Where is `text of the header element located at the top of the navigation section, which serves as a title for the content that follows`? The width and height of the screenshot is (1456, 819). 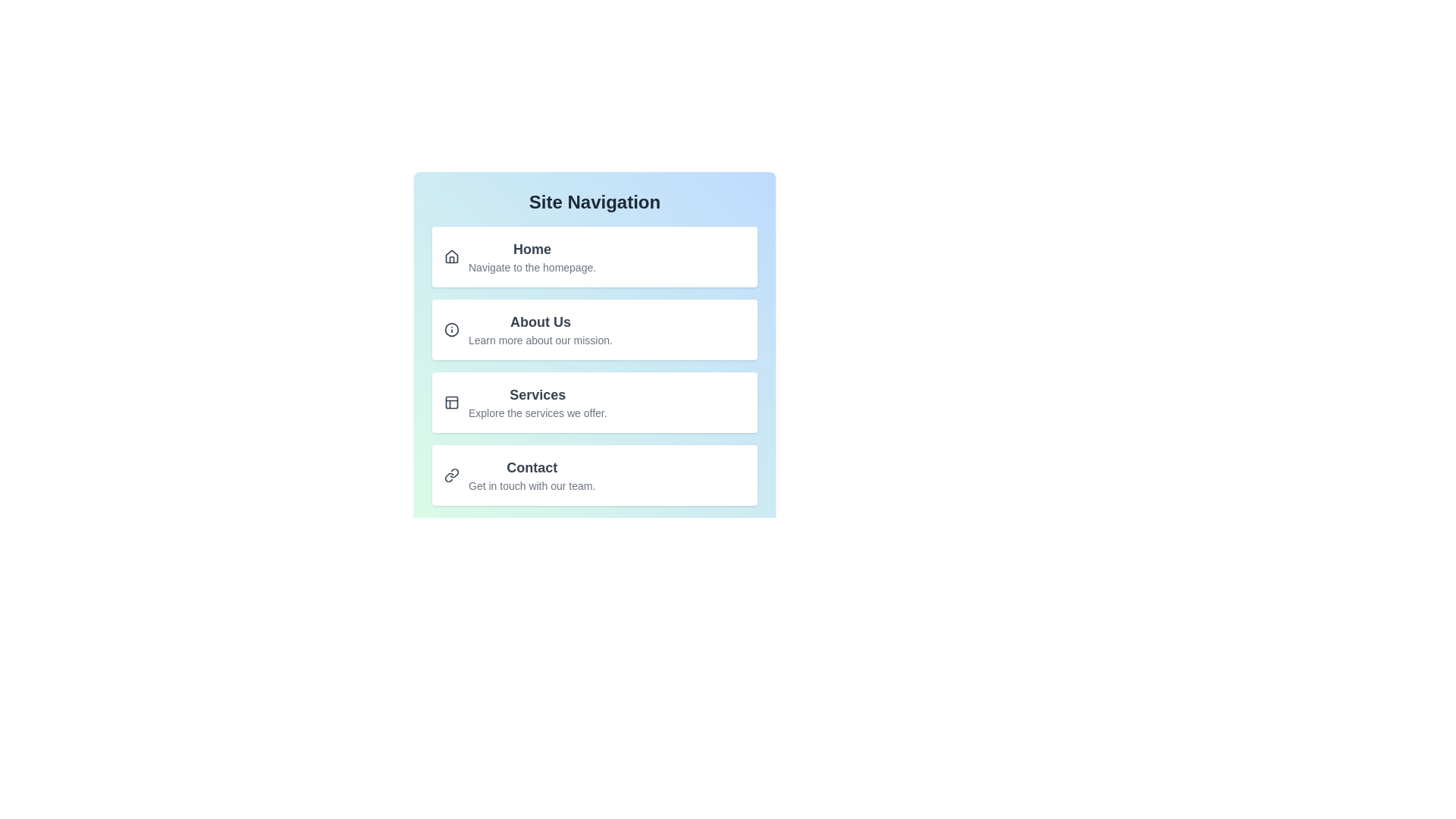 text of the header element located at the top of the navigation section, which serves as a title for the content that follows is located at coordinates (594, 201).